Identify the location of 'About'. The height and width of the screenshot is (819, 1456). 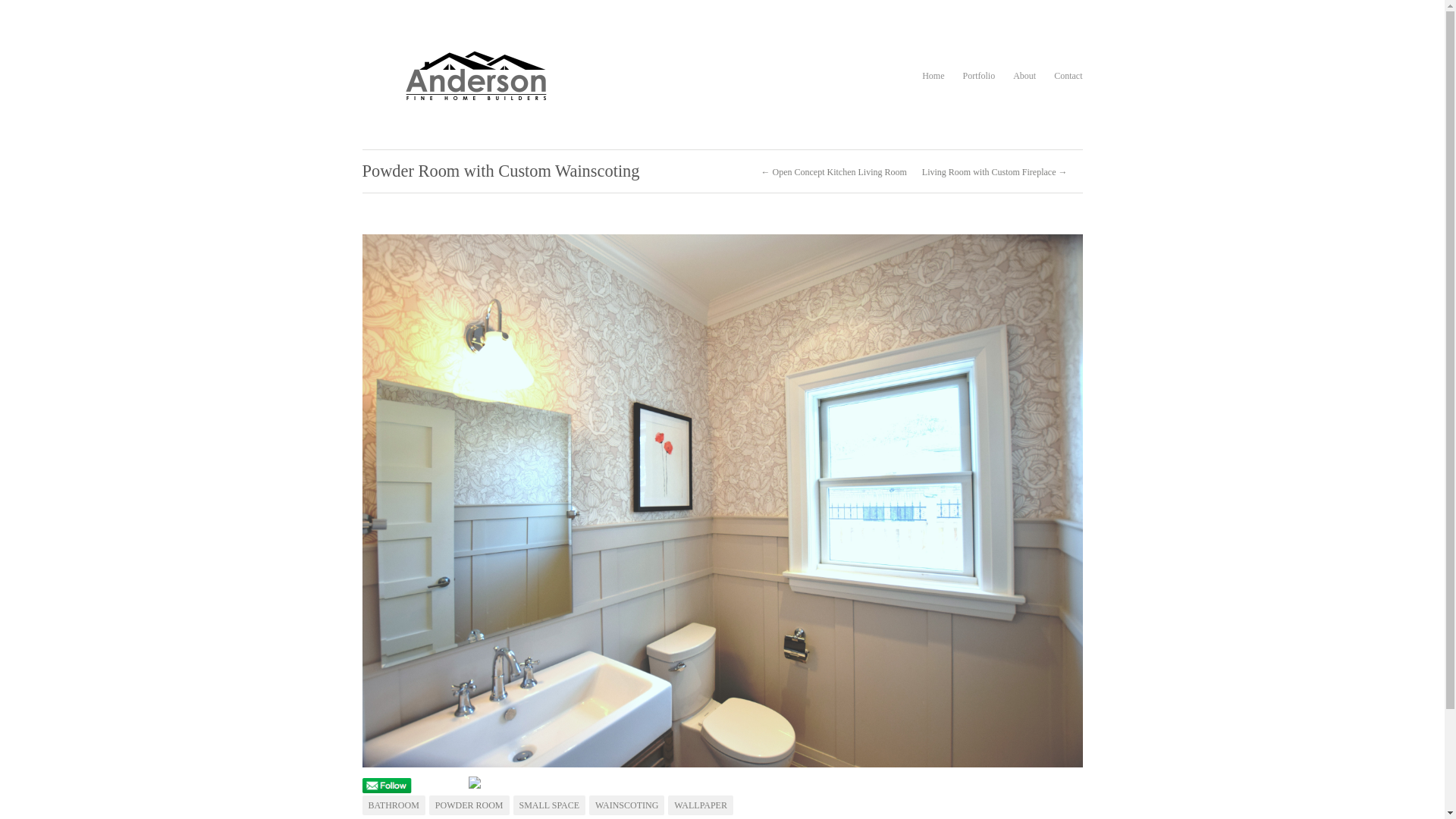
(1012, 76).